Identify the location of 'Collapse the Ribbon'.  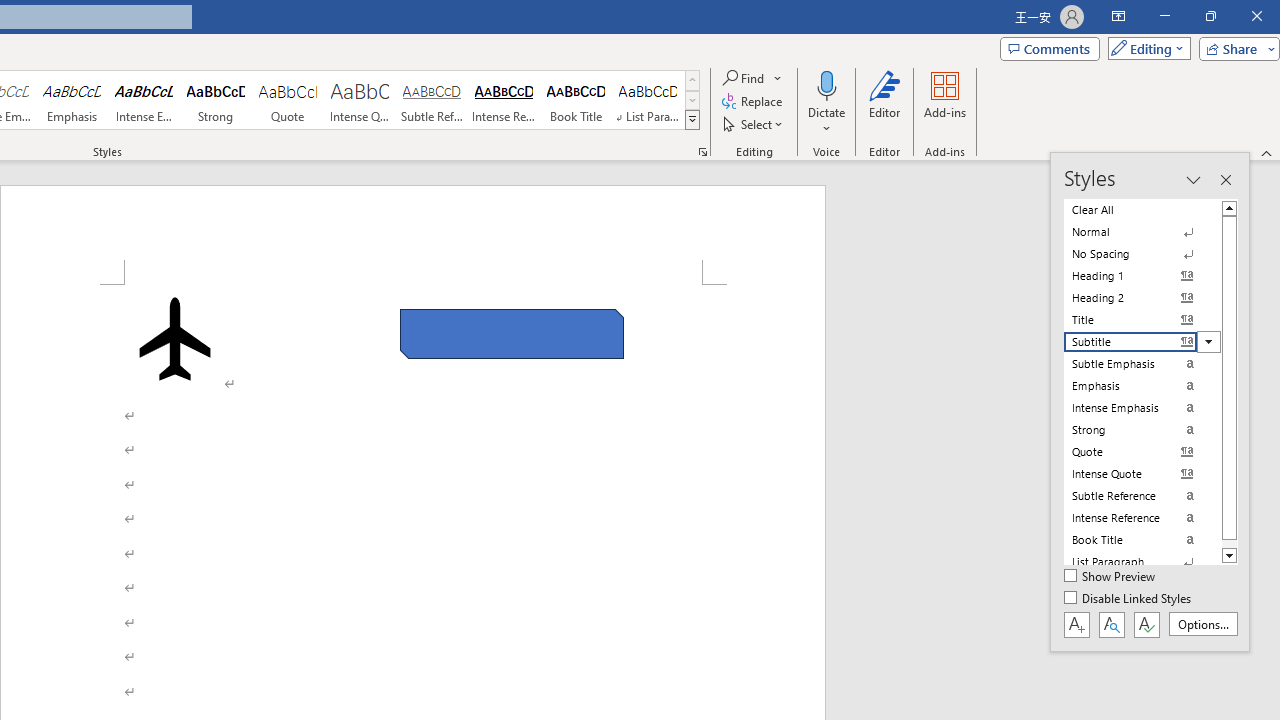
(1266, 152).